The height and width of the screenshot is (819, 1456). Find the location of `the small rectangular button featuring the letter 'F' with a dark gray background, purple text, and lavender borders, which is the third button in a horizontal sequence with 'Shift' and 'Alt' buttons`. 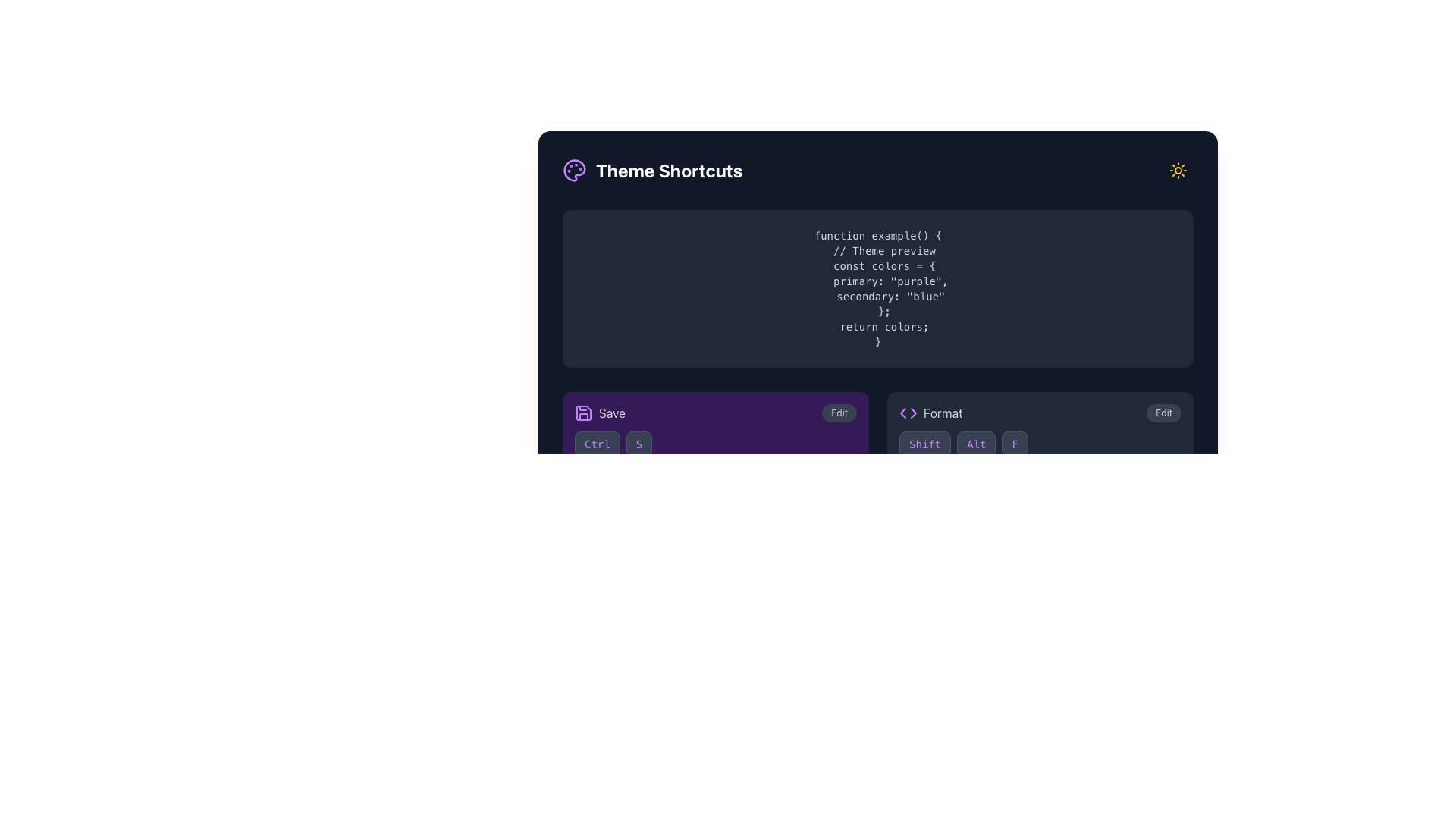

the small rectangular button featuring the letter 'F' with a dark gray background, purple text, and lavender borders, which is the third button in a horizontal sequence with 'Shift' and 'Alt' buttons is located at coordinates (1015, 444).